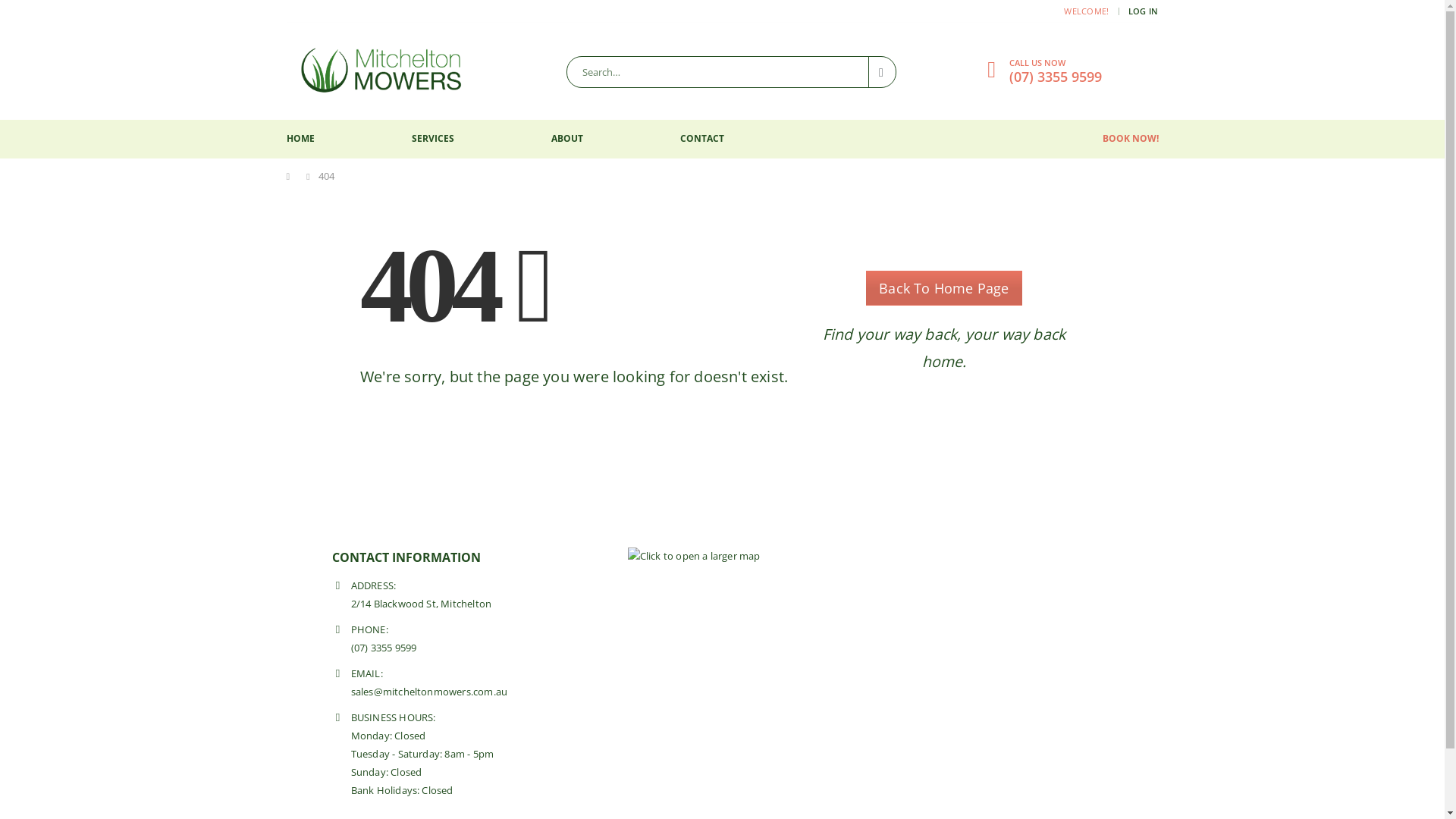  What do you see at coordinates (428, 692) in the screenshot?
I see `'sales@mitcheltonmowers.com.au'` at bounding box center [428, 692].